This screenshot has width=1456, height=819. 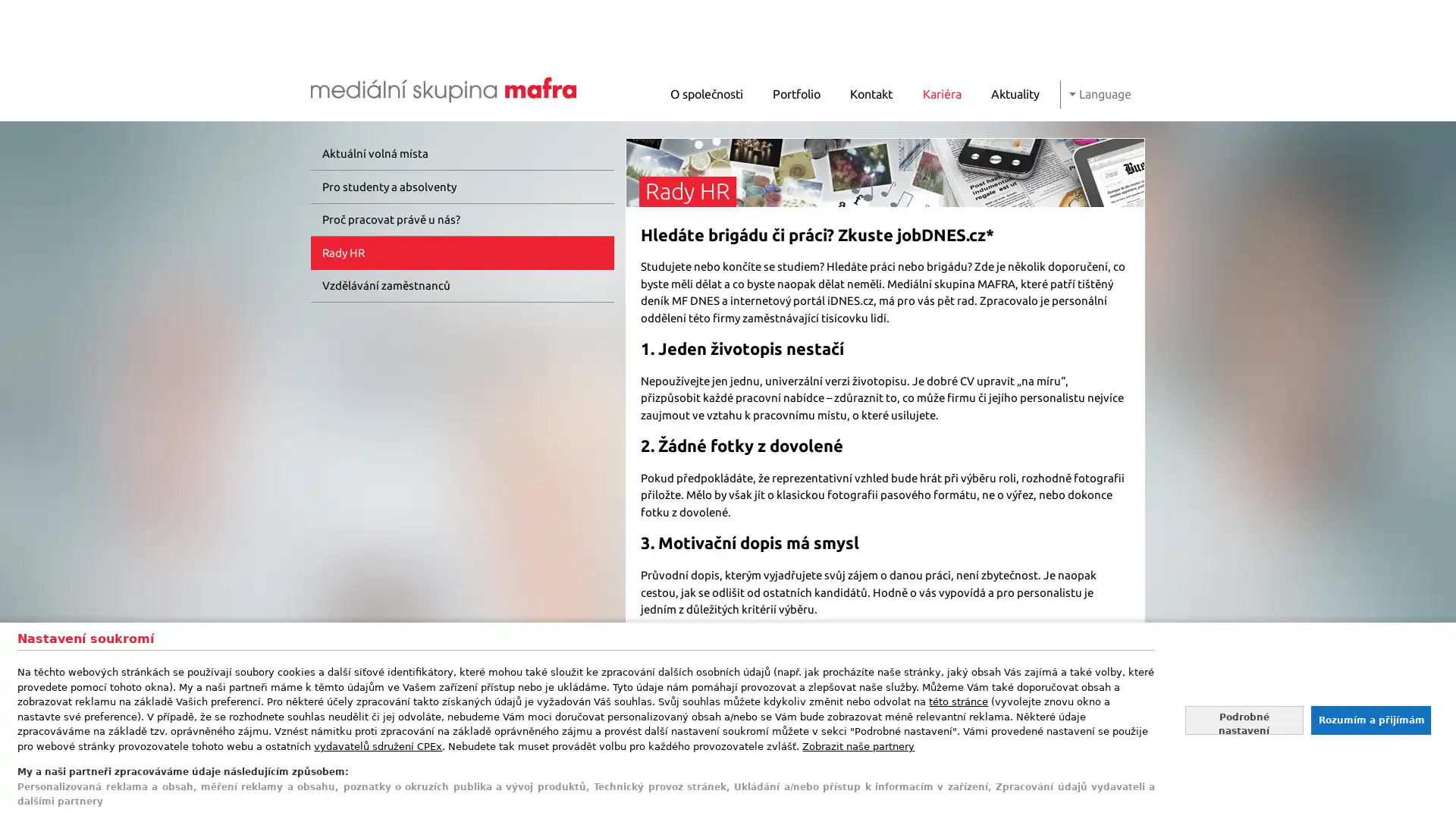 What do you see at coordinates (858, 745) in the screenshot?
I see `Zobrazit nase partnery` at bounding box center [858, 745].